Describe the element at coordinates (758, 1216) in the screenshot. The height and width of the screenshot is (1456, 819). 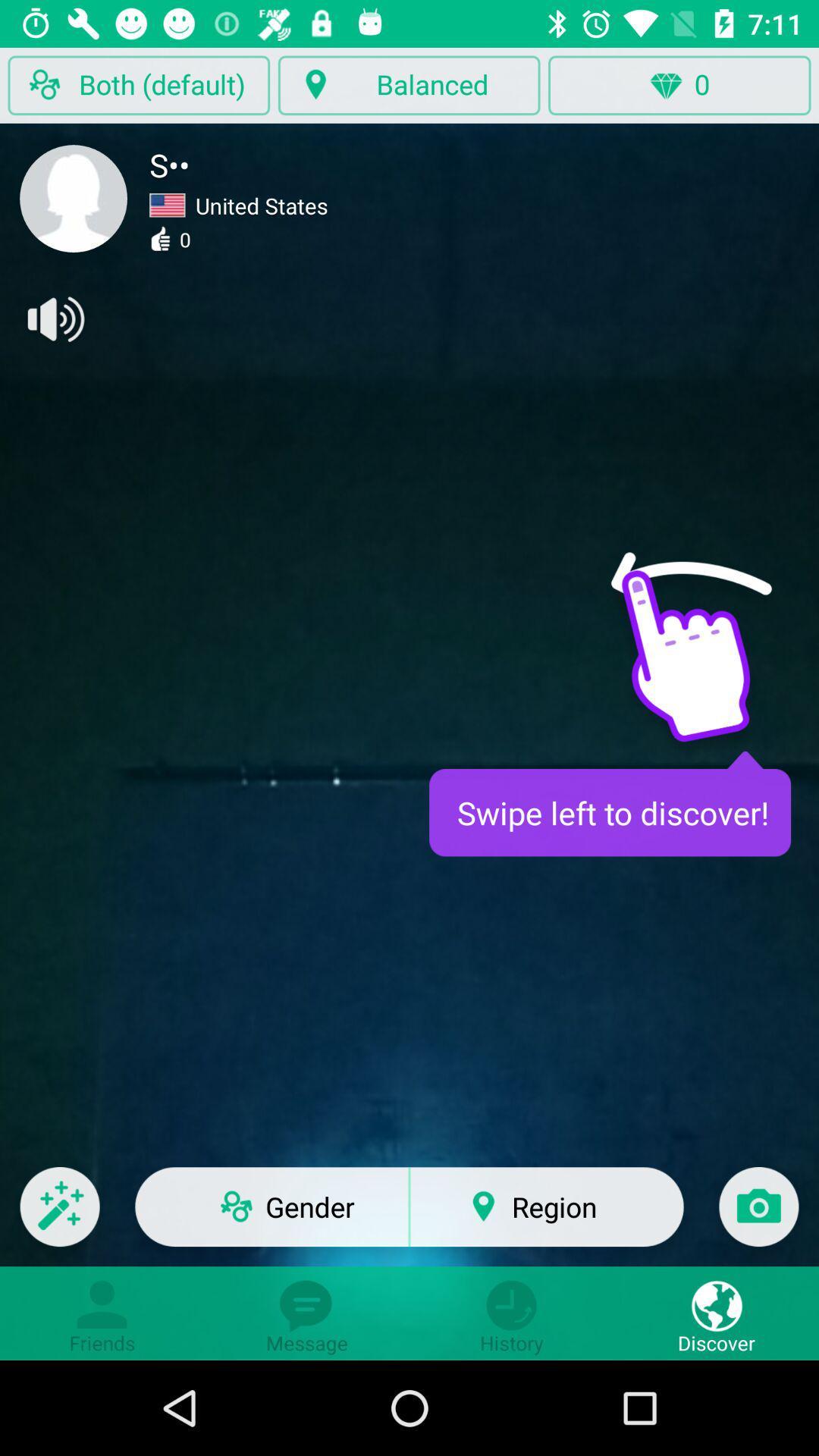
I see `take a photo` at that location.